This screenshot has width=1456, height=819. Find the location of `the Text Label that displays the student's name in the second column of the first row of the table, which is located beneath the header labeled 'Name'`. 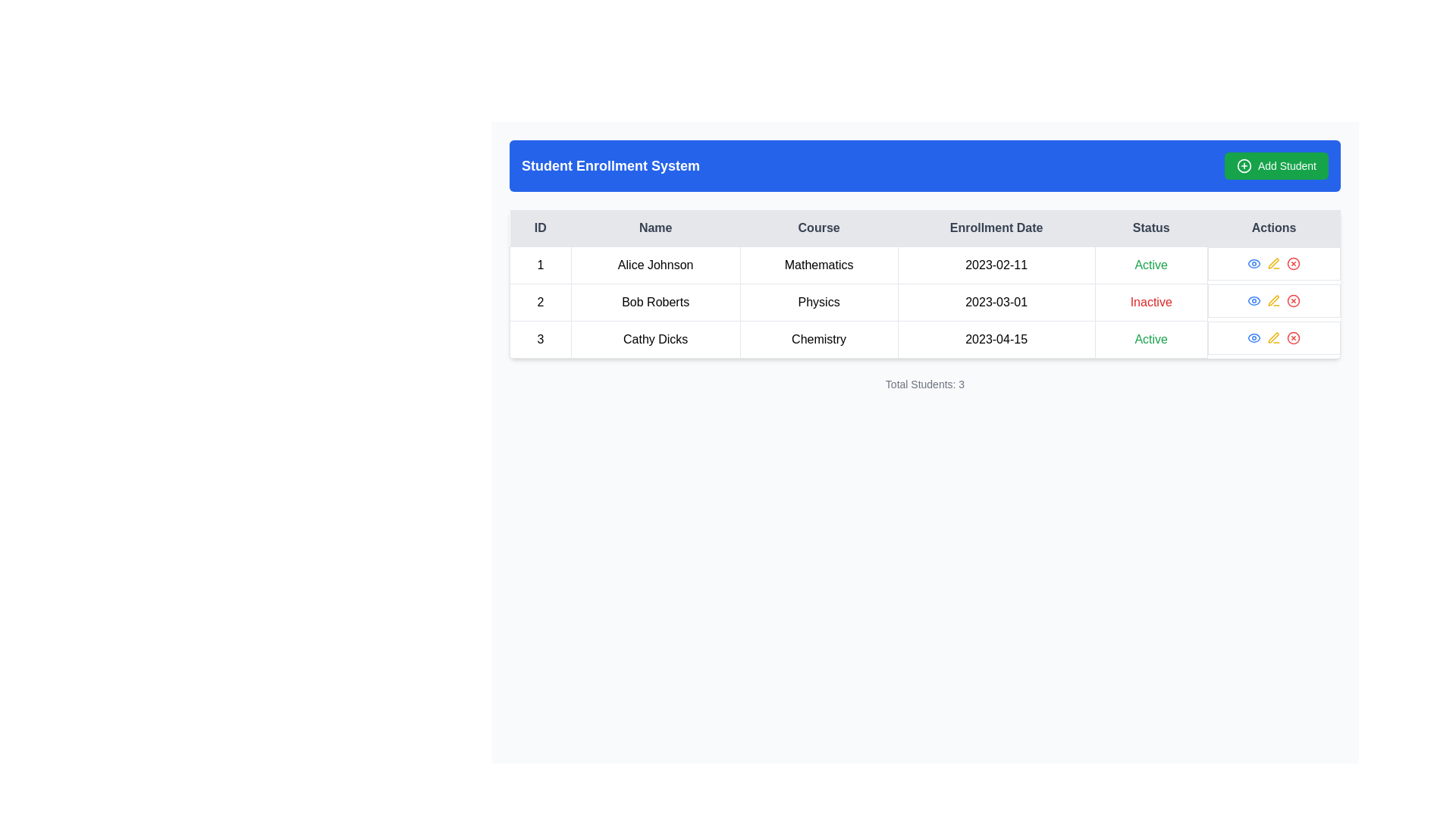

the Text Label that displays the student's name in the second column of the first row of the table, which is located beneath the header labeled 'Name' is located at coordinates (655, 265).